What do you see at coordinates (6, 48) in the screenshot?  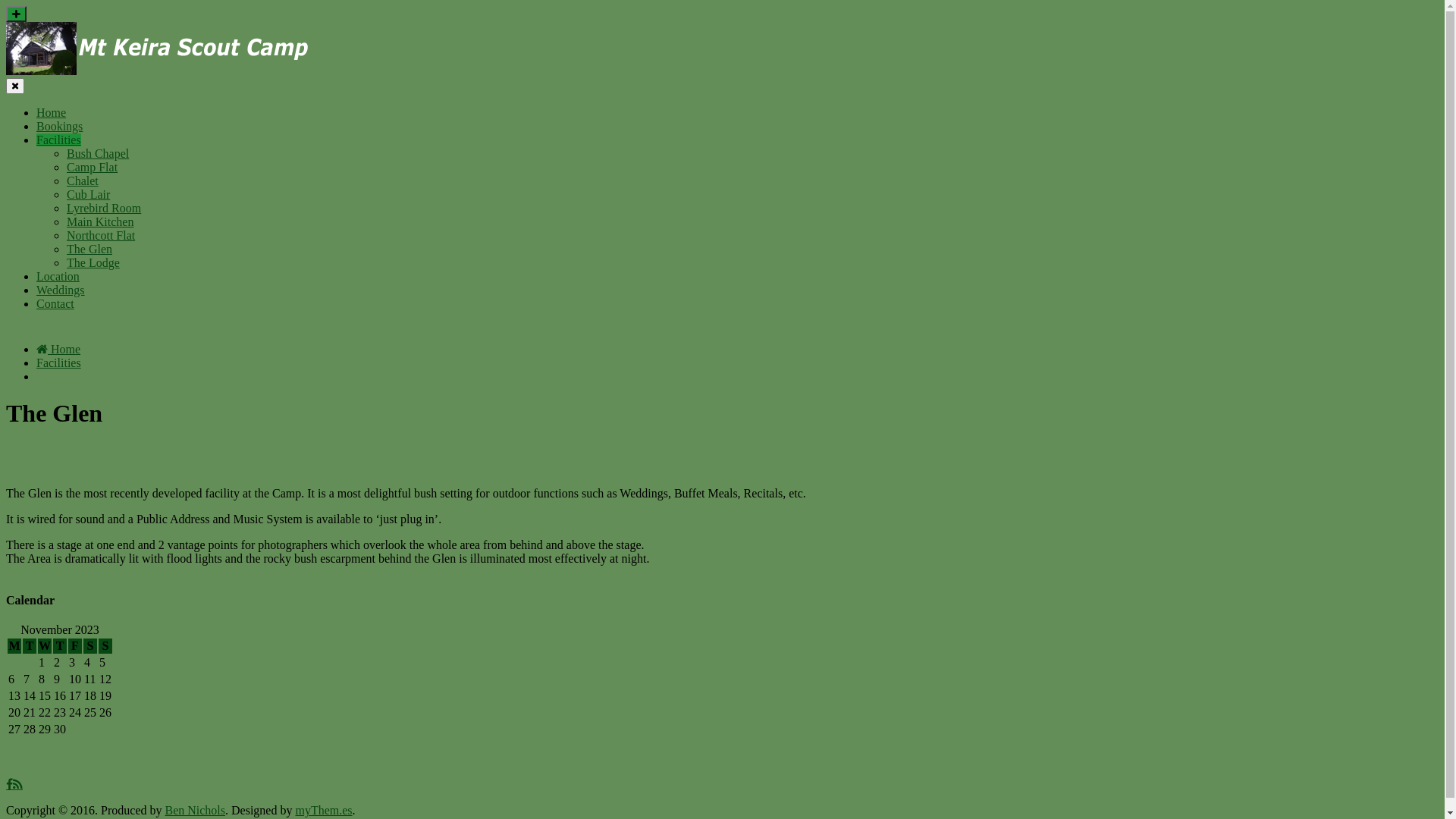 I see `'Mt Keira Scout Camp - SC&T Region Scouts'` at bounding box center [6, 48].